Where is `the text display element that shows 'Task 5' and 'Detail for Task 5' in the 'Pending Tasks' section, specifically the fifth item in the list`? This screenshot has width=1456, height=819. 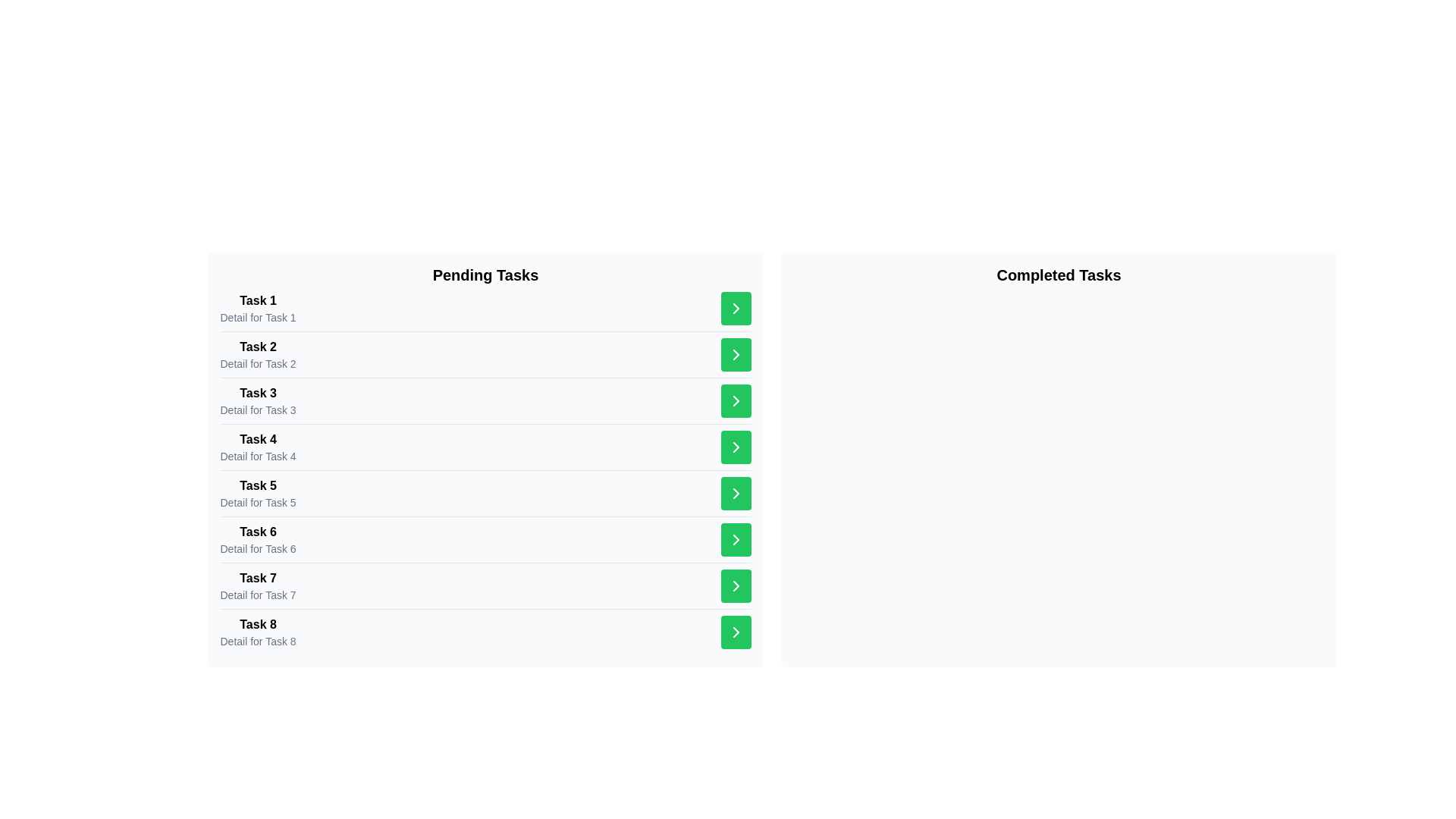 the text display element that shows 'Task 5' and 'Detail for Task 5' in the 'Pending Tasks' section, specifically the fifth item in the list is located at coordinates (258, 494).